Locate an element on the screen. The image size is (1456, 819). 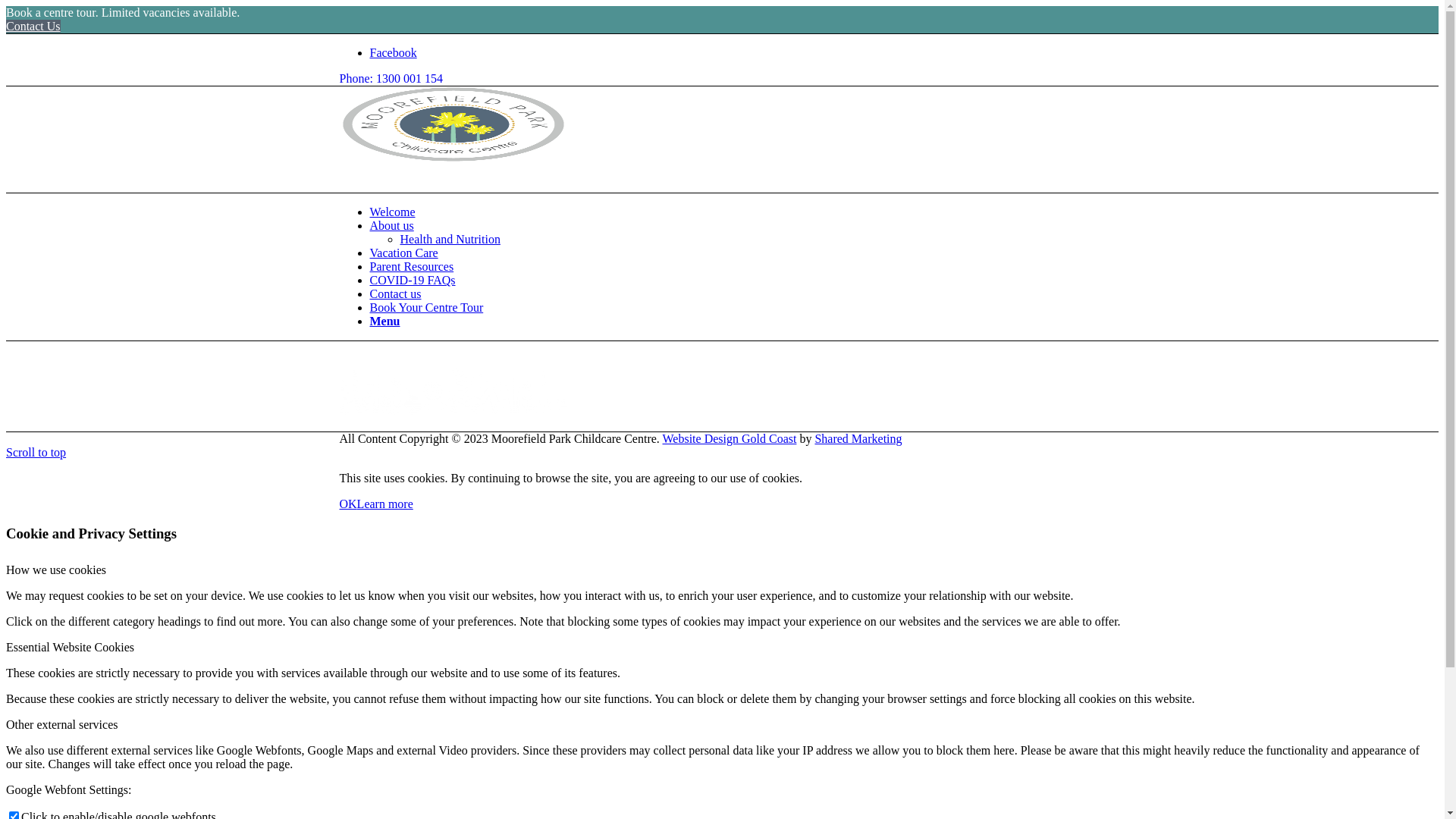
'Parent Resources' is located at coordinates (412, 265).